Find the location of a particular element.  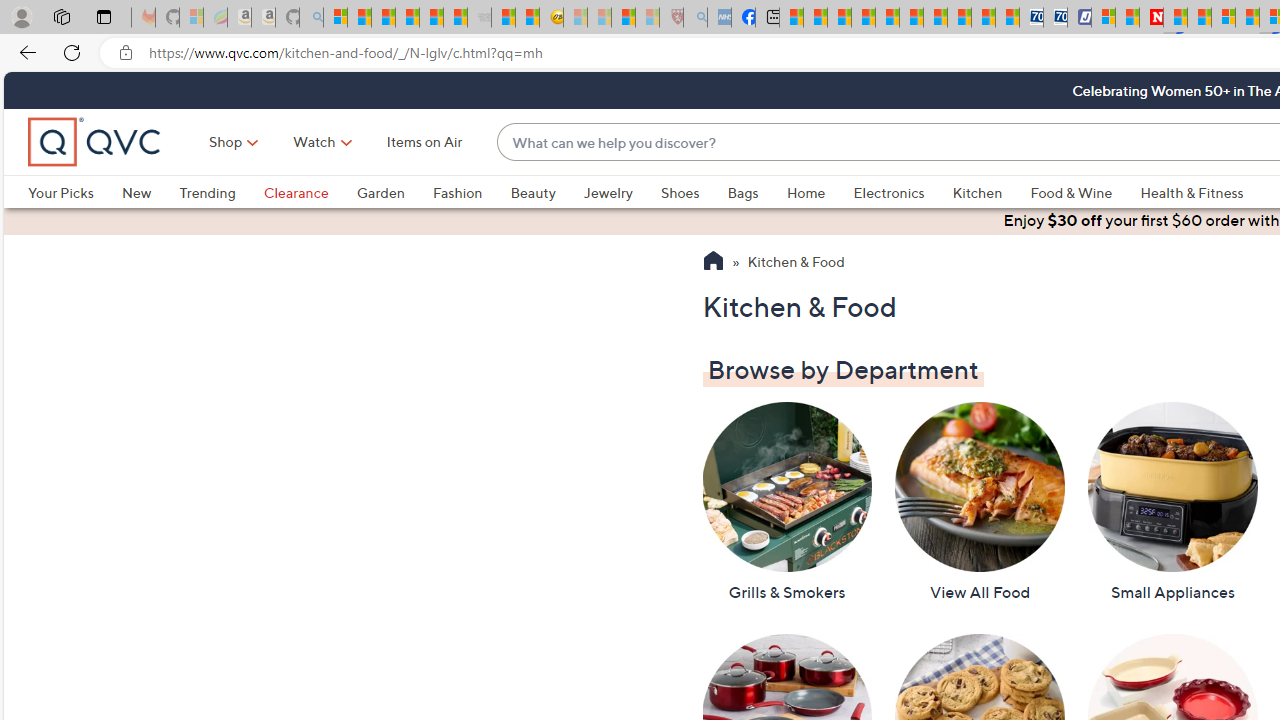

'Kitchen' is located at coordinates (977, 192).